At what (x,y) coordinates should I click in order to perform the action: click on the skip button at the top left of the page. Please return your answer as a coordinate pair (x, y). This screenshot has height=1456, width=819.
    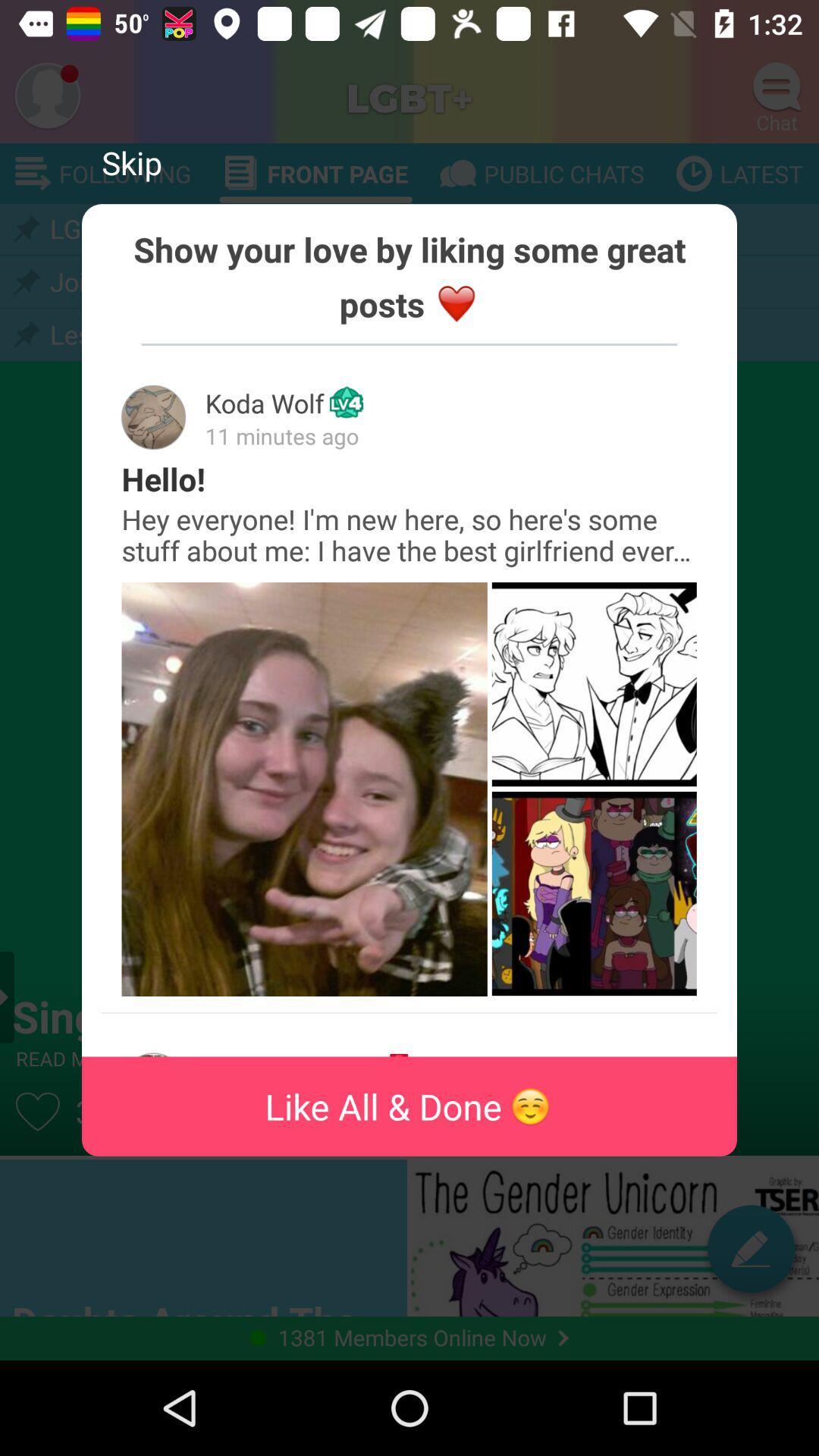
    Looking at the image, I should click on (130, 162).